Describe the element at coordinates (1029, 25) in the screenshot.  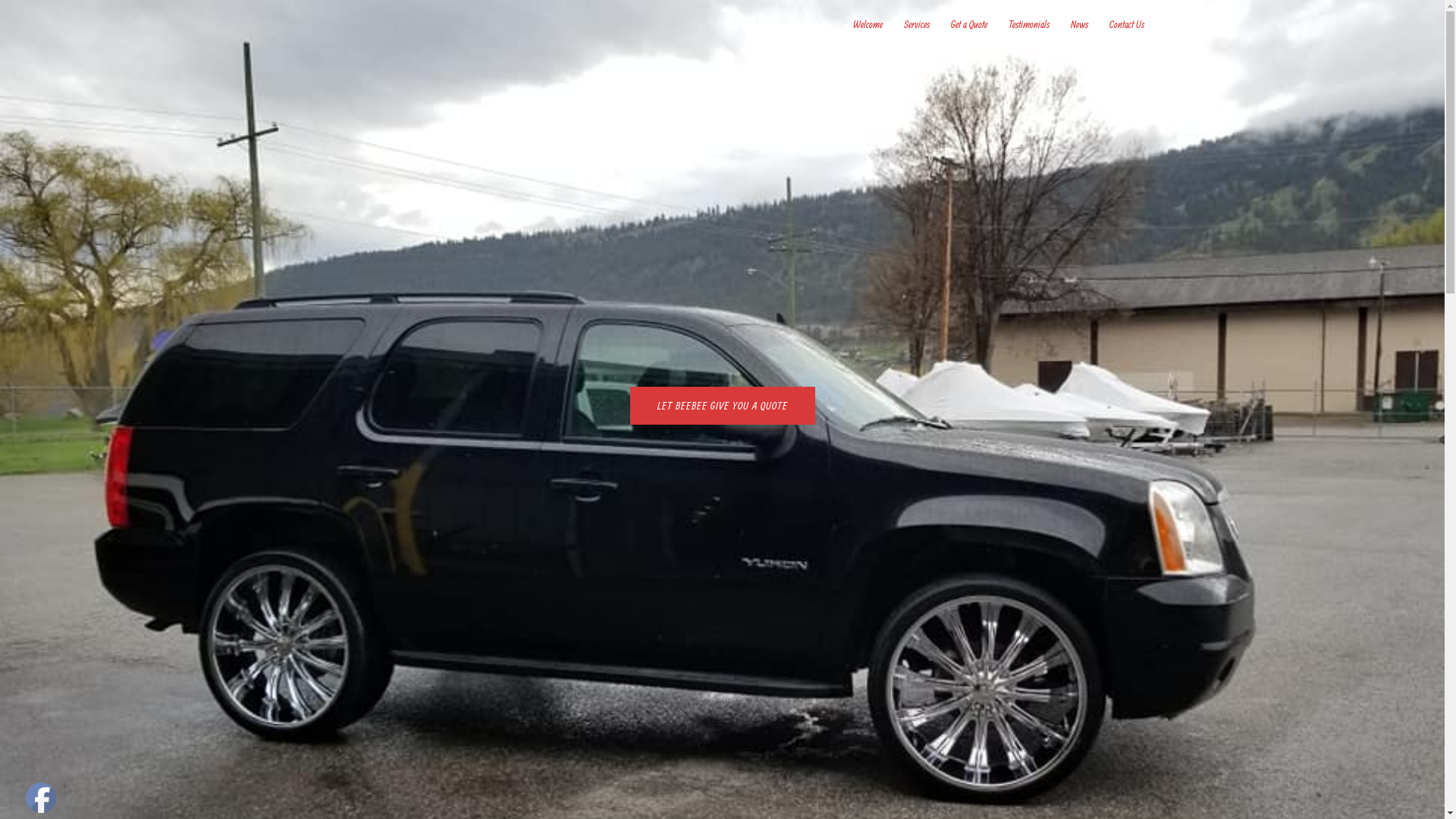
I see `'Testimonials'` at that location.